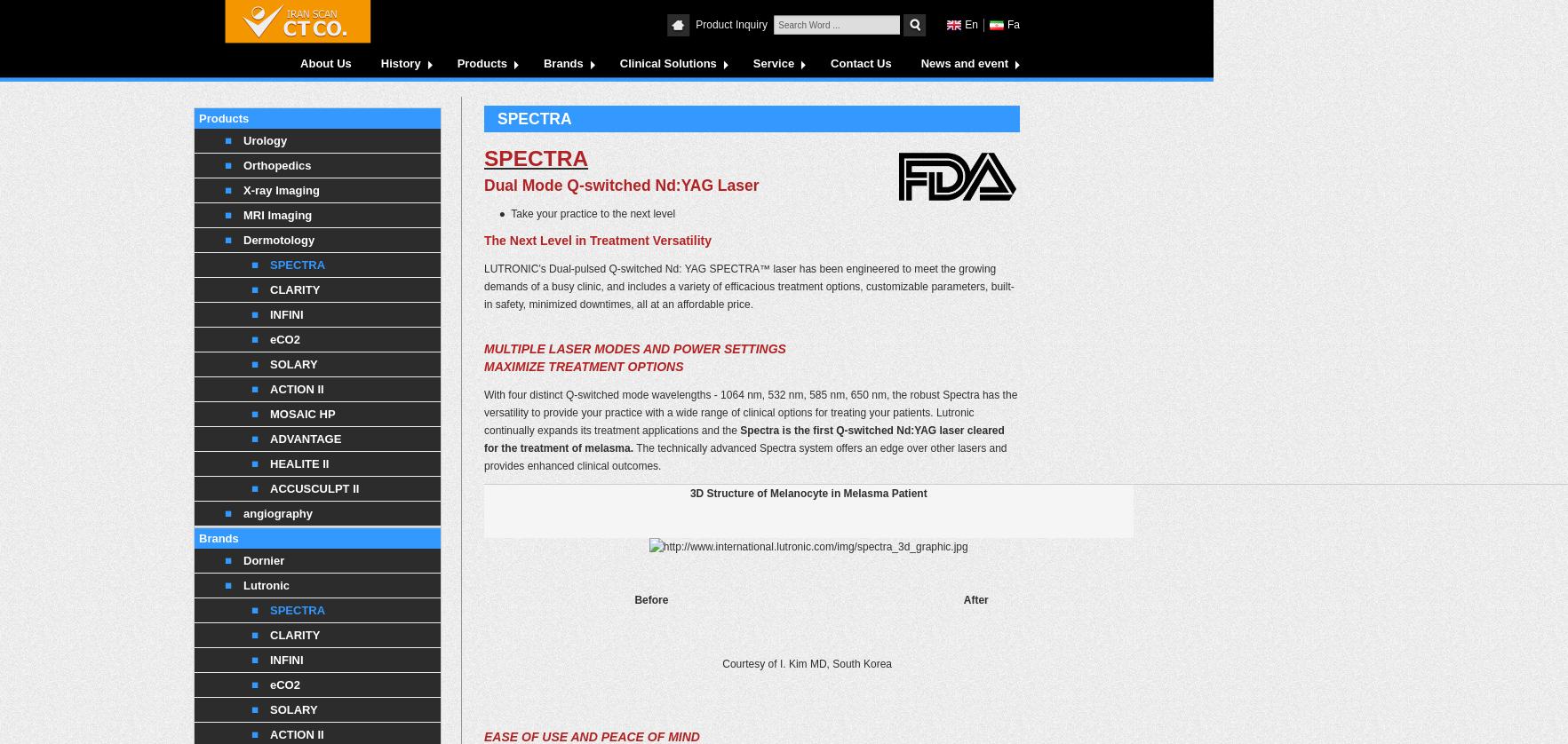 The height and width of the screenshot is (744, 1568). Describe the element at coordinates (975, 599) in the screenshot. I see `'After'` at that location.